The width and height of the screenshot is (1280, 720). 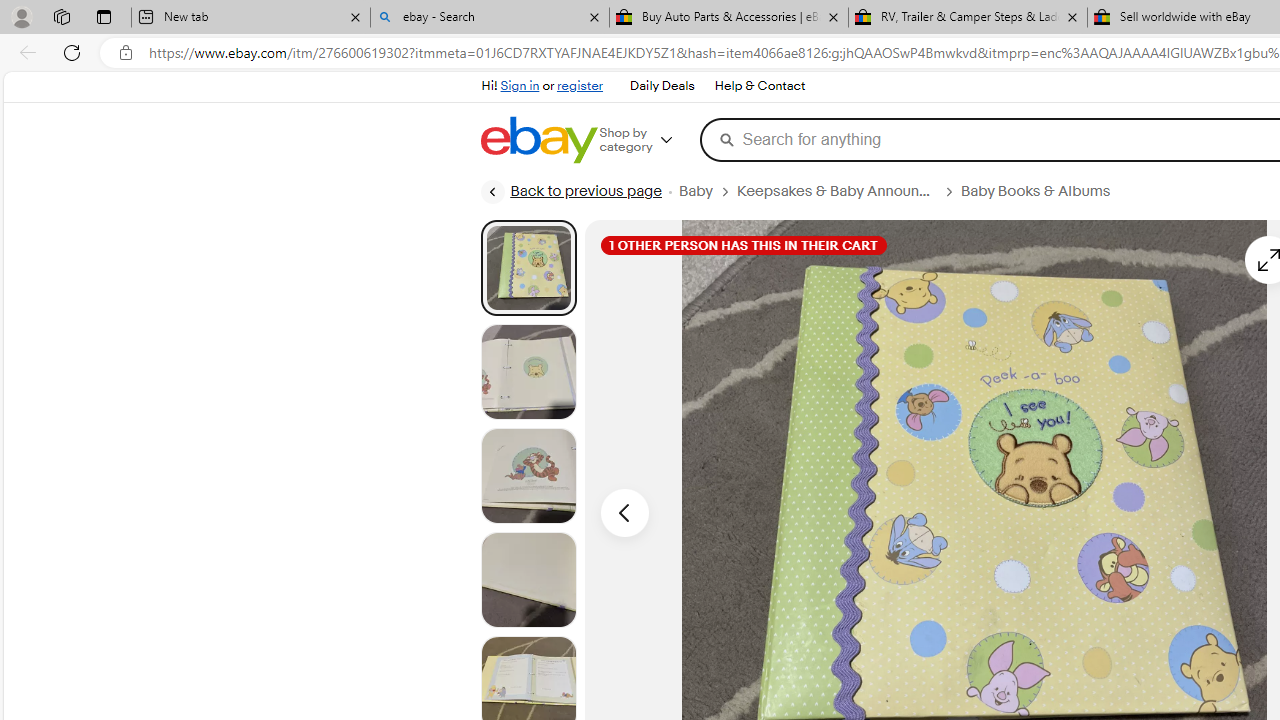 I want to click on 'Sign in', so click(x=520, y=85).